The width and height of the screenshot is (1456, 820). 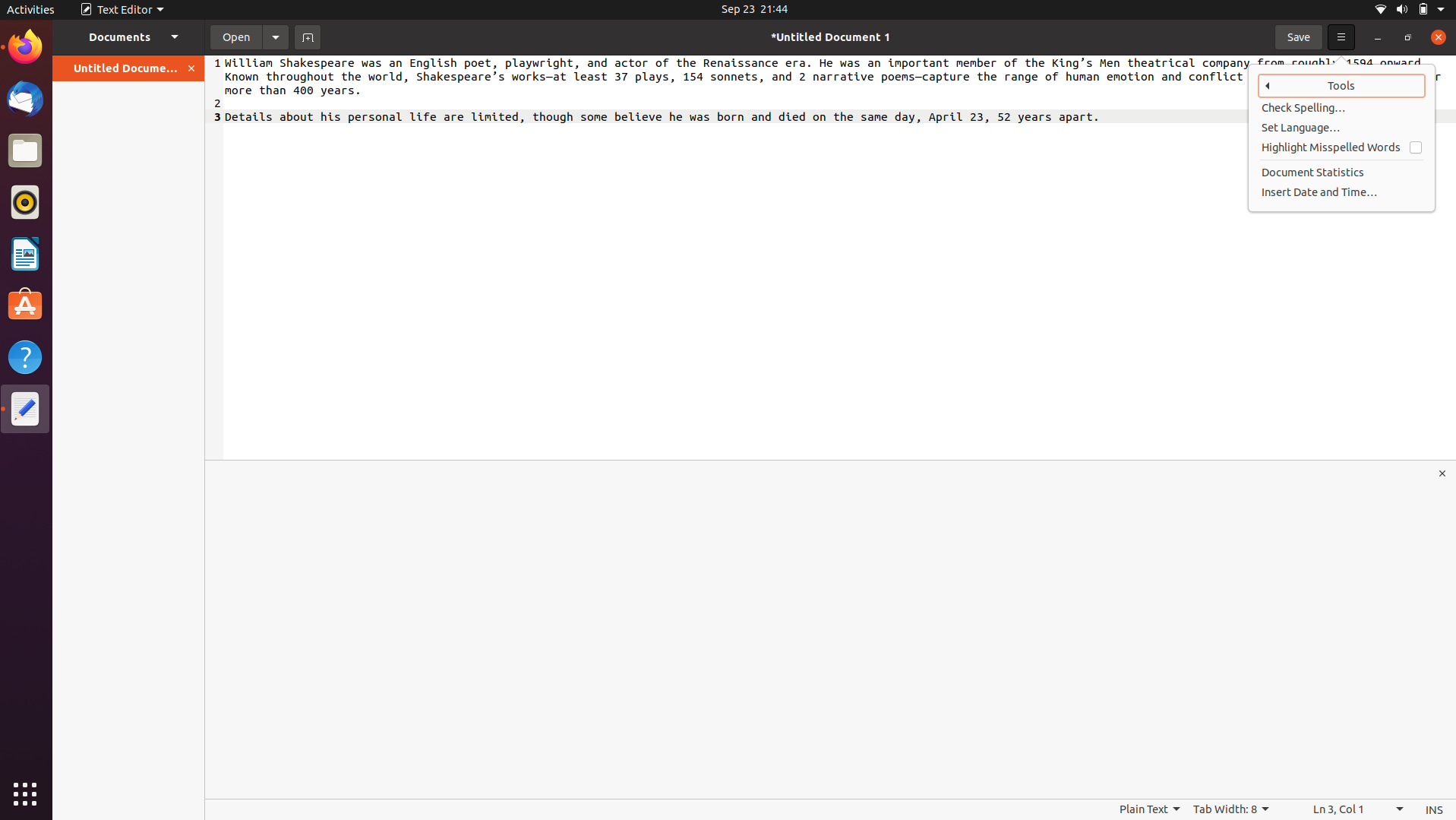 What do you see at coordinates (1443, 473) in the screenshot?
I see `Enlarge the editor view` at bounding box center [1443, 473].